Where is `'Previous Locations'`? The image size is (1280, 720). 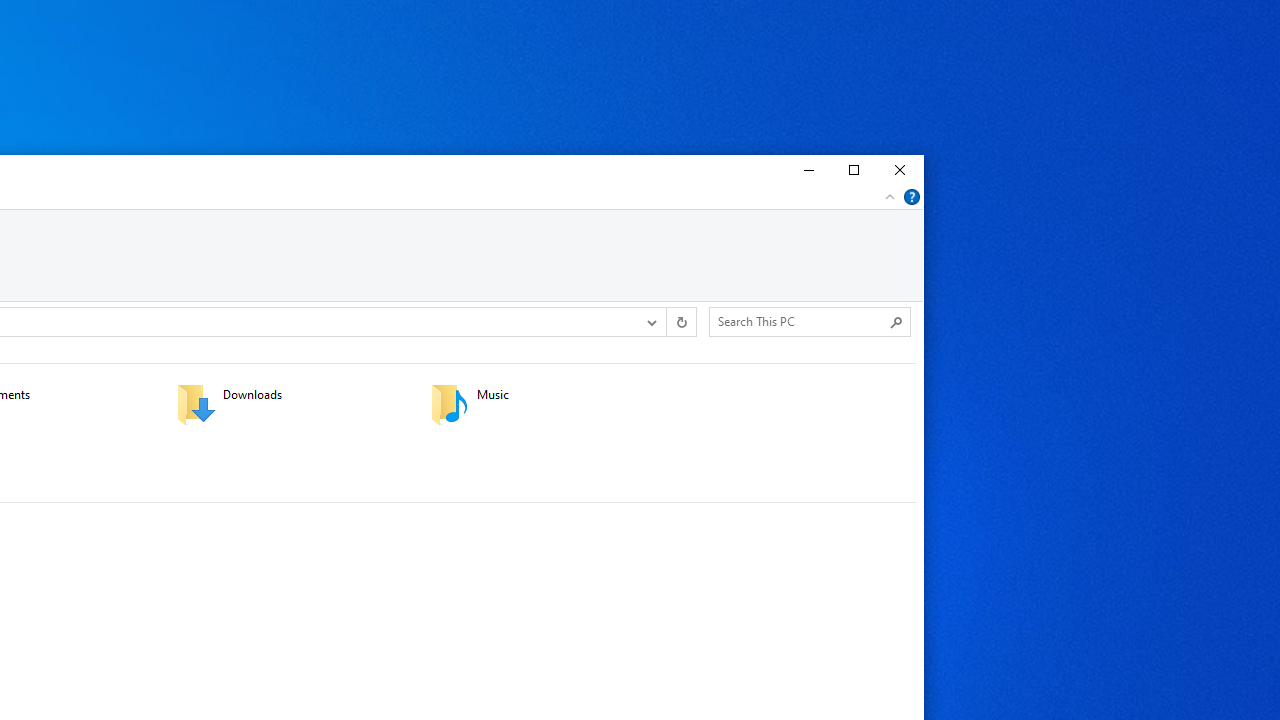 'Previous Locations' is located at coordinates (650, 320).